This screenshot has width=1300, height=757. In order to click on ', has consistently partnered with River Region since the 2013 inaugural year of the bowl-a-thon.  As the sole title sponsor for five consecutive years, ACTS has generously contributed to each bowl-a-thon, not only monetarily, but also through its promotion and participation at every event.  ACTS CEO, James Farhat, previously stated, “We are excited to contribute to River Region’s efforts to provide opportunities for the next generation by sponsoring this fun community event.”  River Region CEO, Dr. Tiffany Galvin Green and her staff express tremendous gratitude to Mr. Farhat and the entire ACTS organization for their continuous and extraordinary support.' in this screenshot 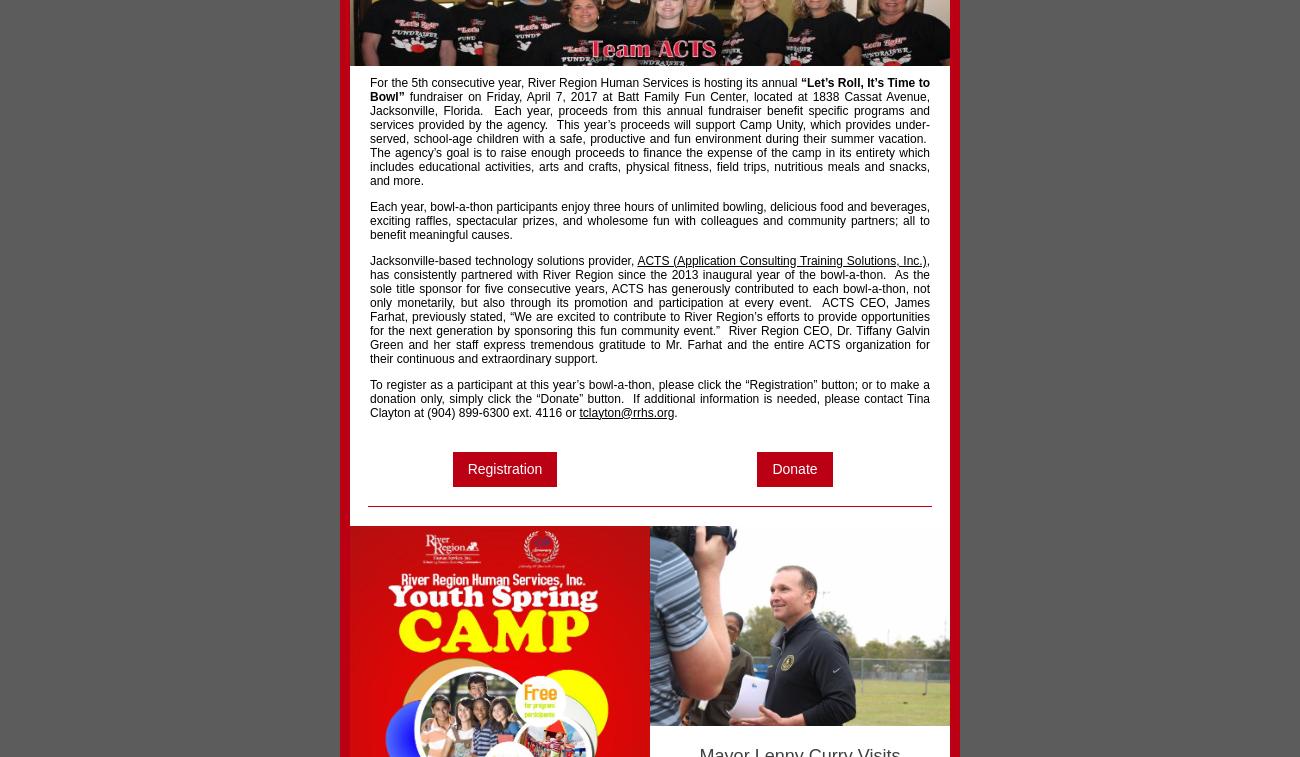, I will do `click(650, 308)`.